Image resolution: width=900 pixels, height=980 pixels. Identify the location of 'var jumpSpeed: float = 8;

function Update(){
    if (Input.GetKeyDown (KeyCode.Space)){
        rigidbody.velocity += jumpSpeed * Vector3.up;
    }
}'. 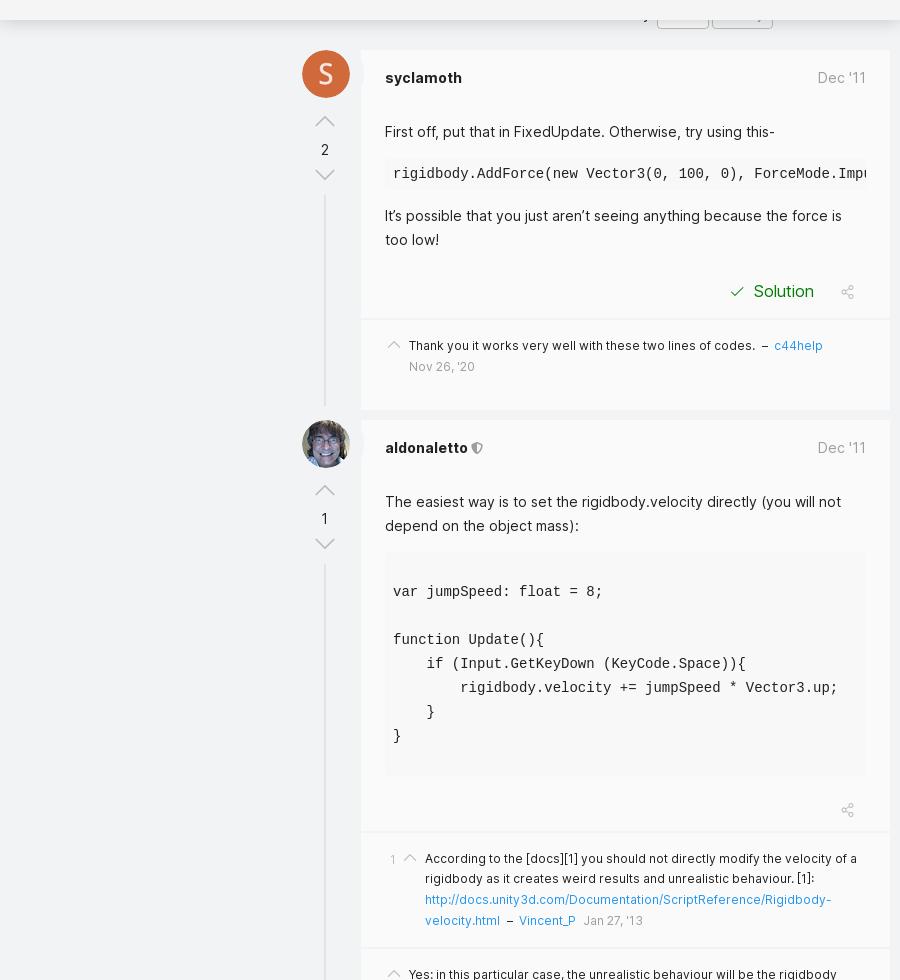
(393, 663).